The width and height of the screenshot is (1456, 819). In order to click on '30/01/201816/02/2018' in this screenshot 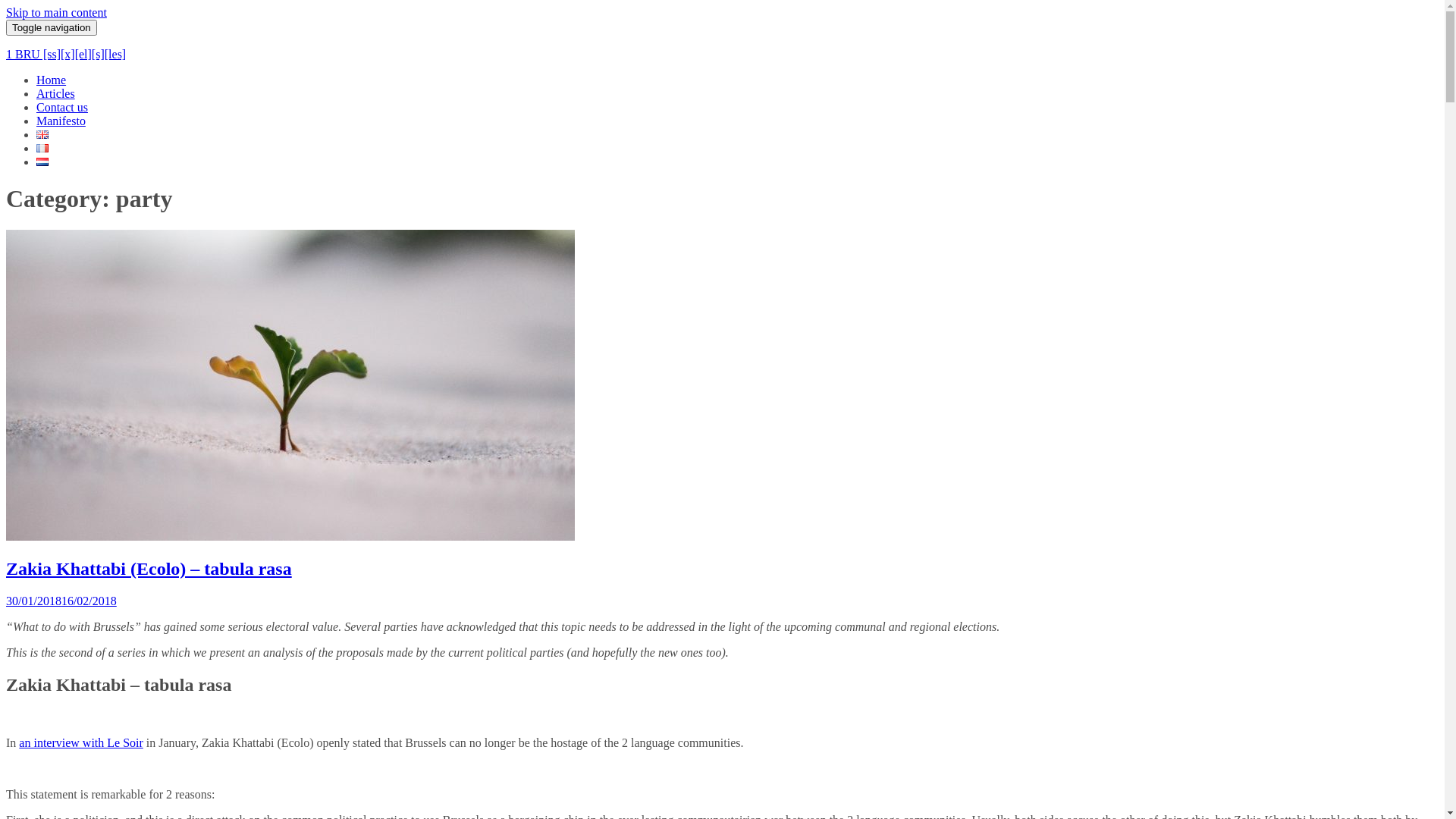, I will do `click(6, 600)`.